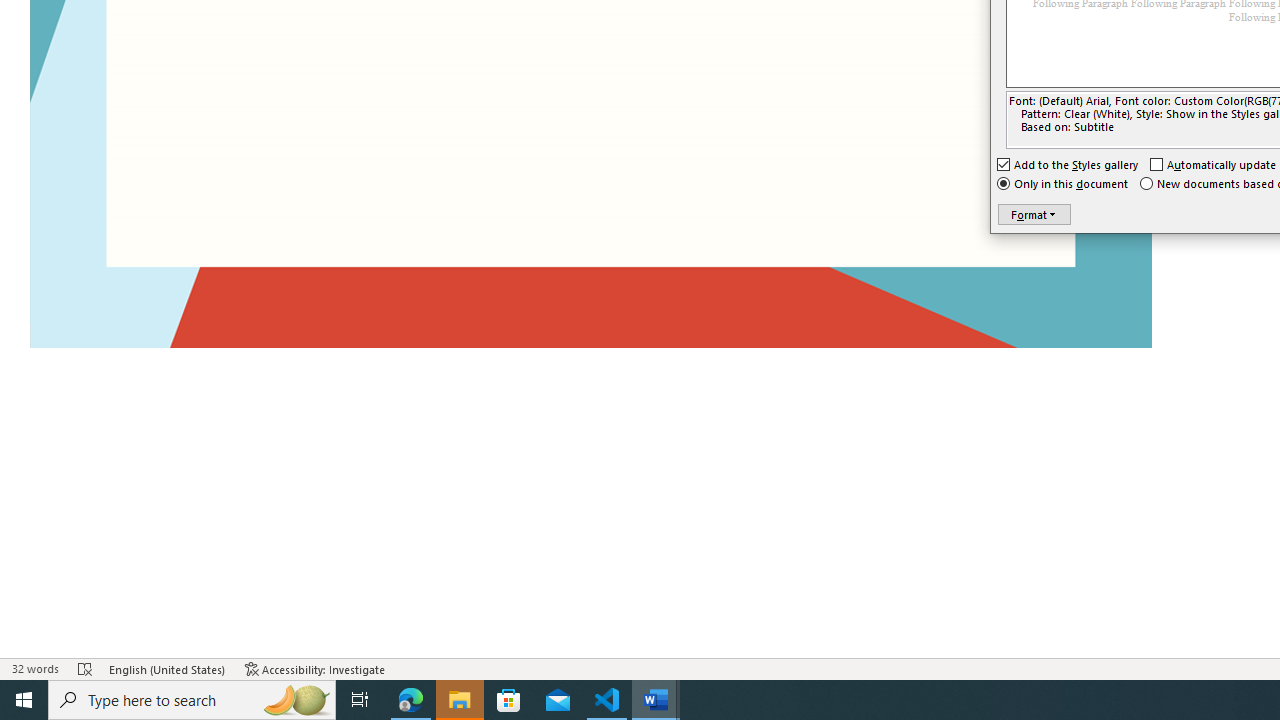  Describe the element at coordinates (294, 698) in the screenshot. I see `'Search highlights icon opens search home window'` at that location.